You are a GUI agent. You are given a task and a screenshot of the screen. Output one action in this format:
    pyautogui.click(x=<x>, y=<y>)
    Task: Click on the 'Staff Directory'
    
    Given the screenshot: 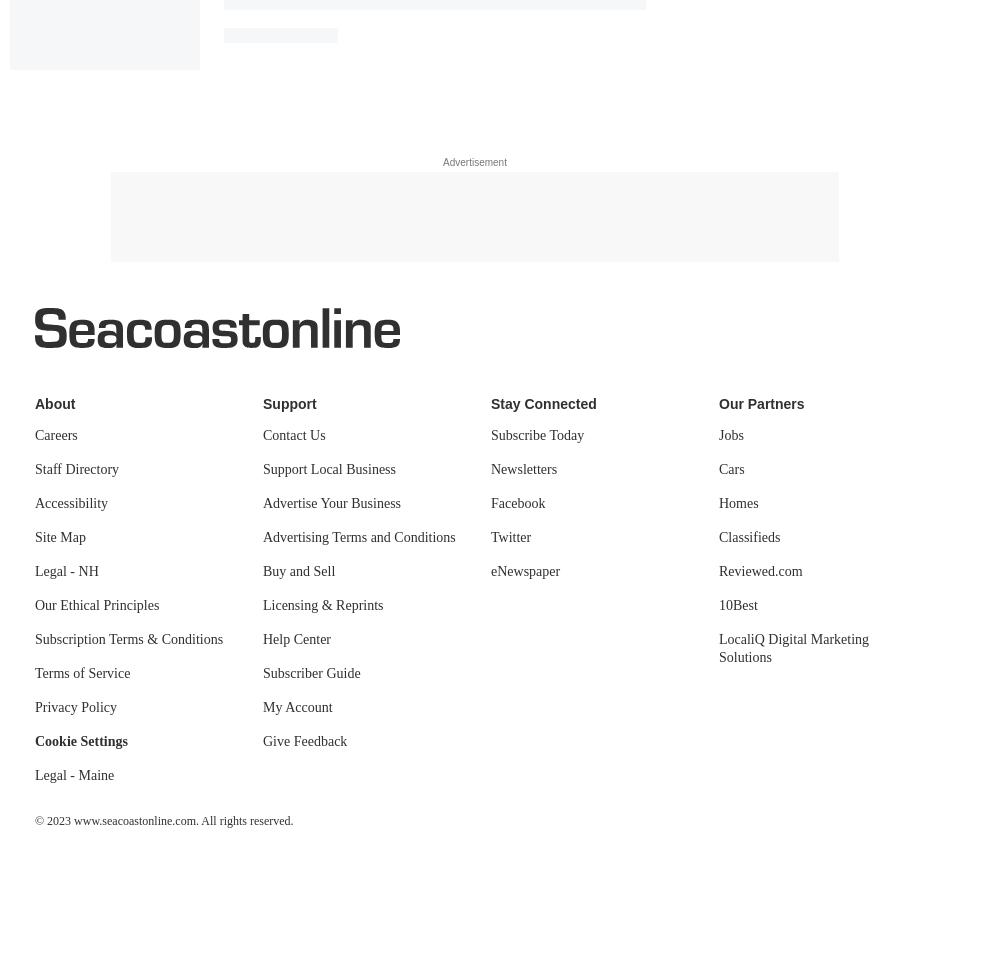 What is the action you would take?
    pyautogui.click(x=76, y=469)
    